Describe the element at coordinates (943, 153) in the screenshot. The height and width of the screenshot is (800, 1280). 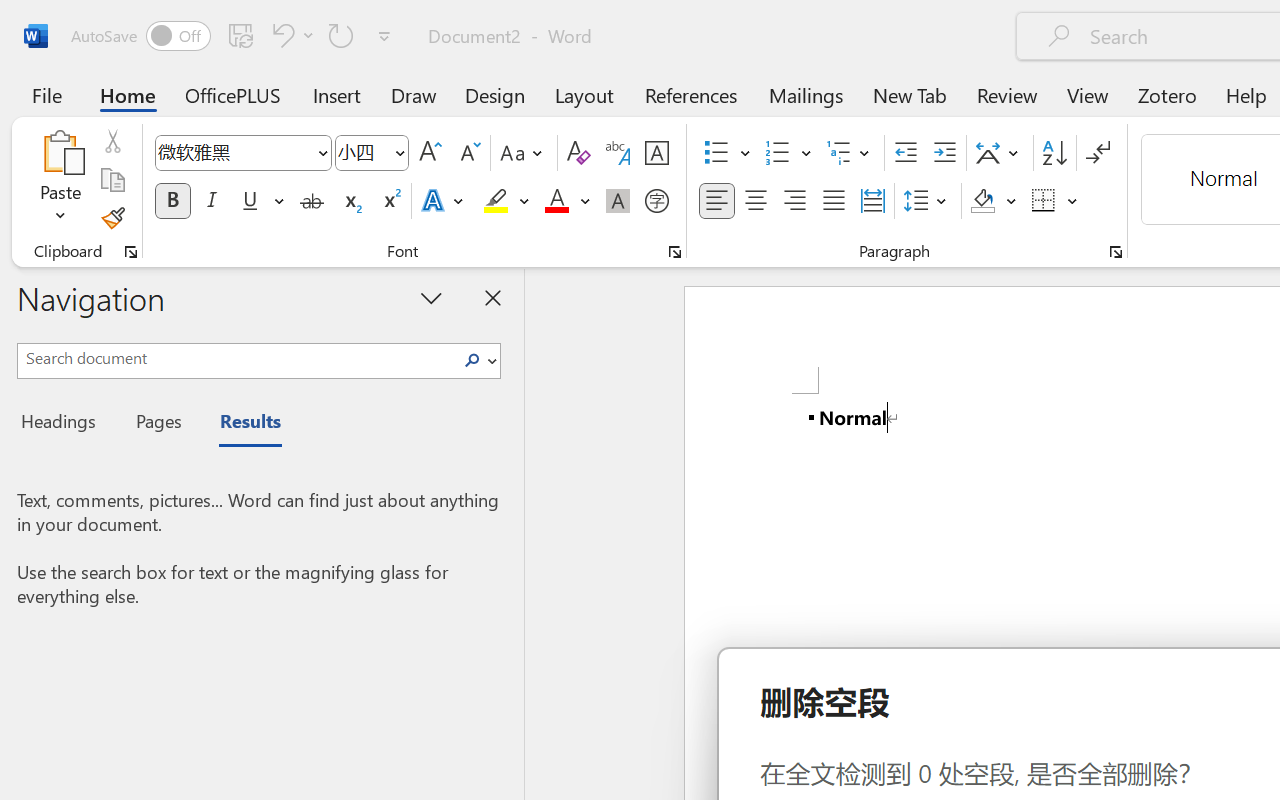
I see `'Increase Indent'` at that location.